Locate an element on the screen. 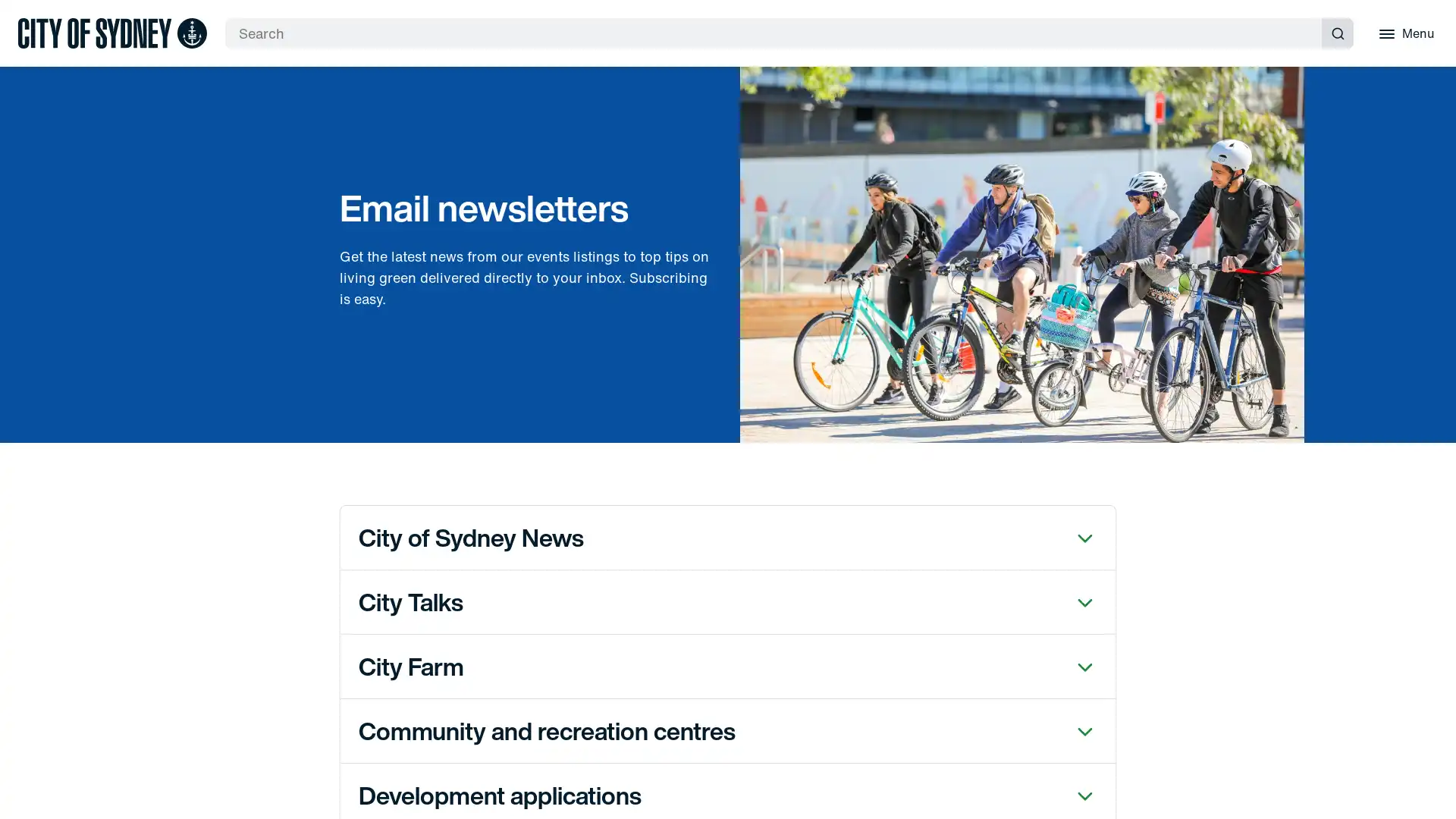  City Farm is located at coordinates (728, 665).